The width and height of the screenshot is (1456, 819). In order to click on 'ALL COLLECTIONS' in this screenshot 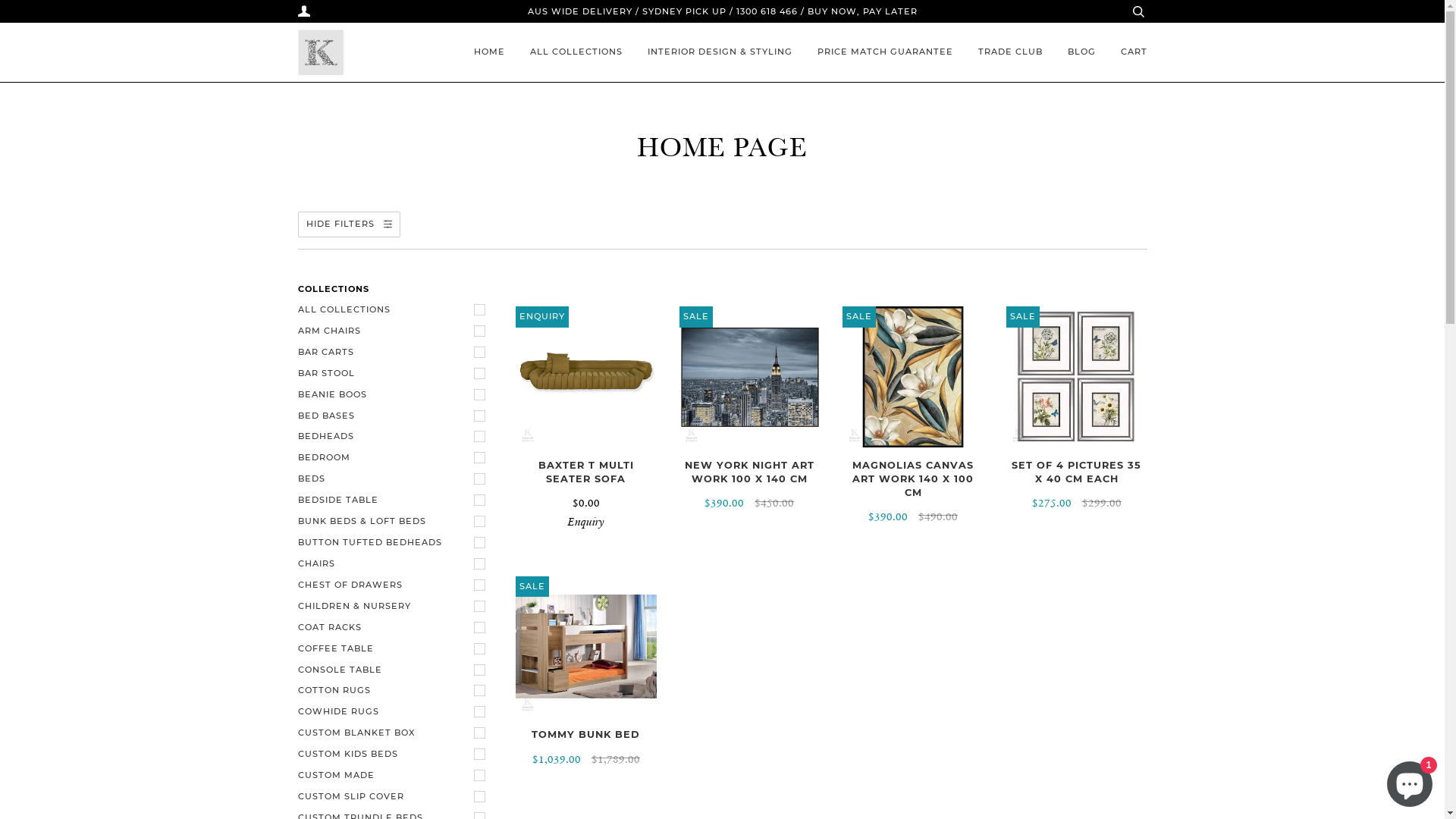, I will do `click(574, 52)`.